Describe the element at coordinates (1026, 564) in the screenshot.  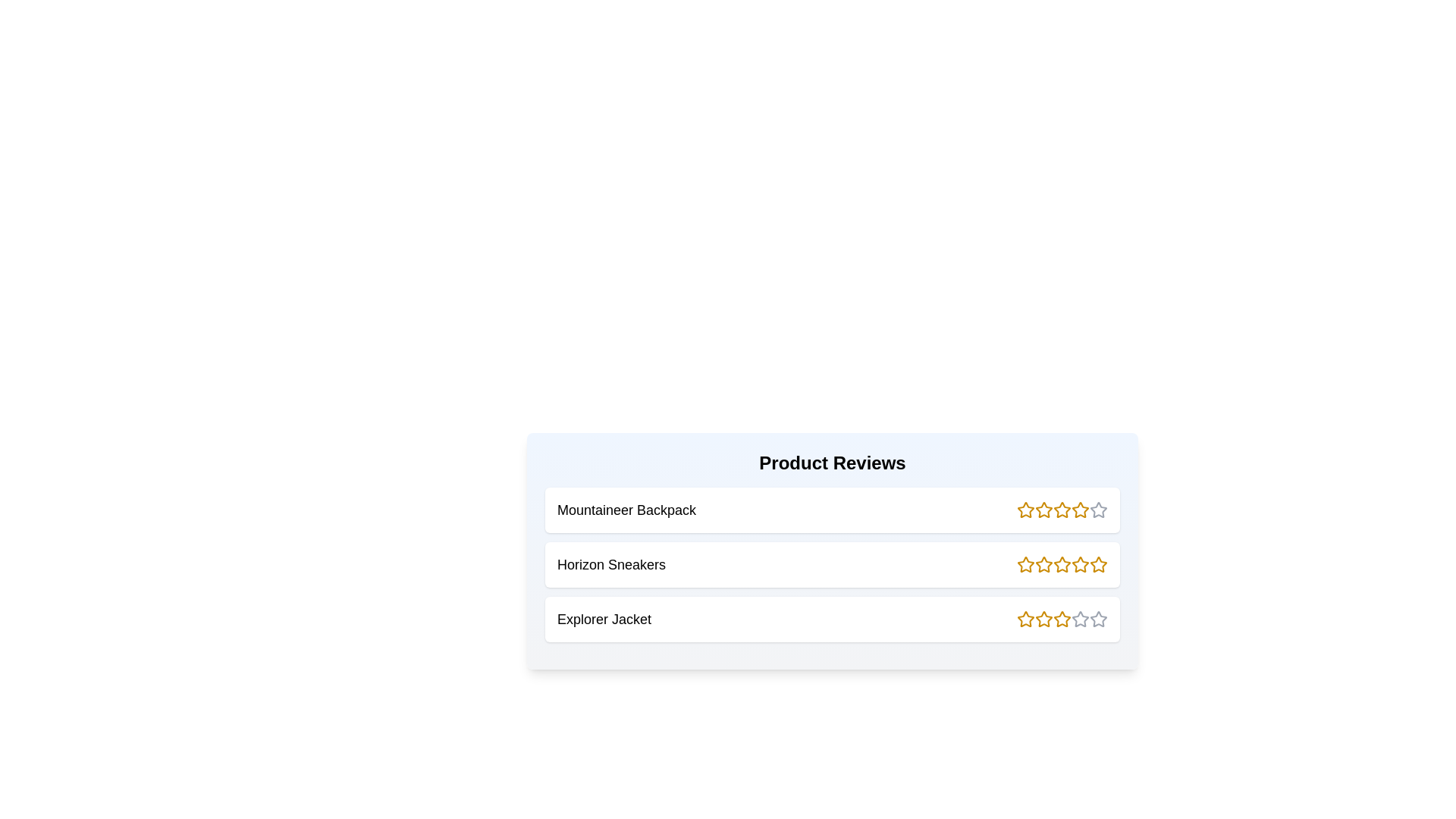
I see `the rating of a product to 1 stars by clicking the corresponding star icon for the product Horizon Sneakers` at that location.